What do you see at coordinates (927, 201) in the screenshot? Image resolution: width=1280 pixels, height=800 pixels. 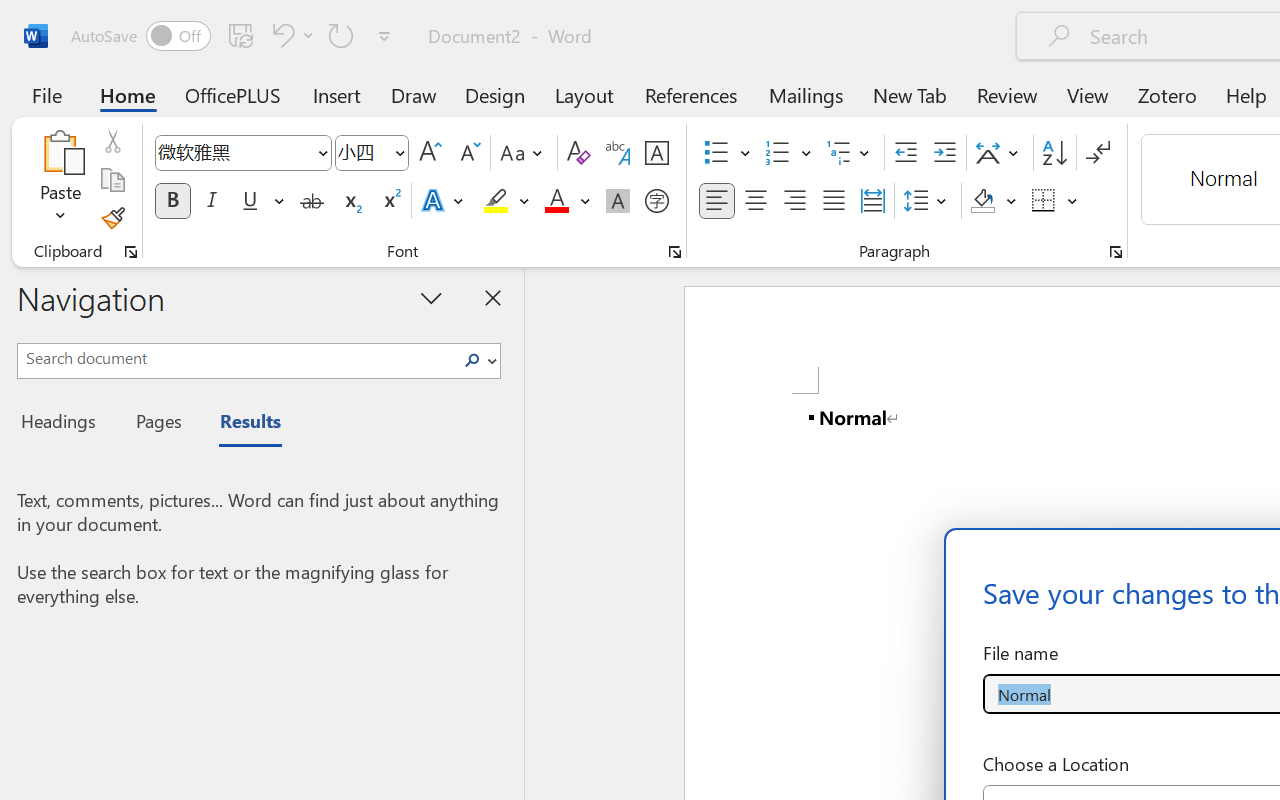 I see `'Line and Paragraph Spacing'` at bounding box center [927, 201].